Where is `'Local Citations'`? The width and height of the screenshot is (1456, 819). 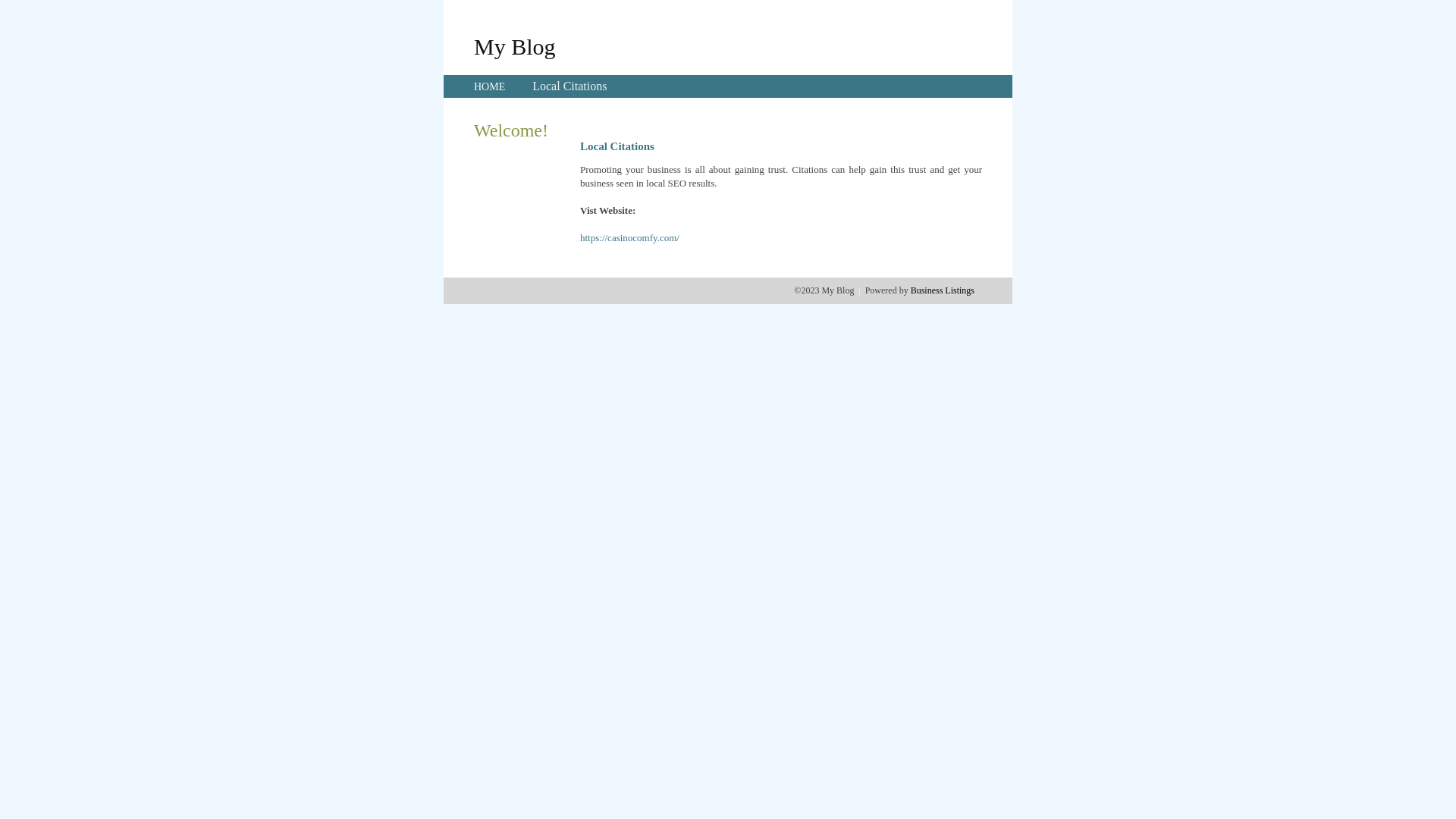 'Local Citations' is located at coordinates (532, 86).